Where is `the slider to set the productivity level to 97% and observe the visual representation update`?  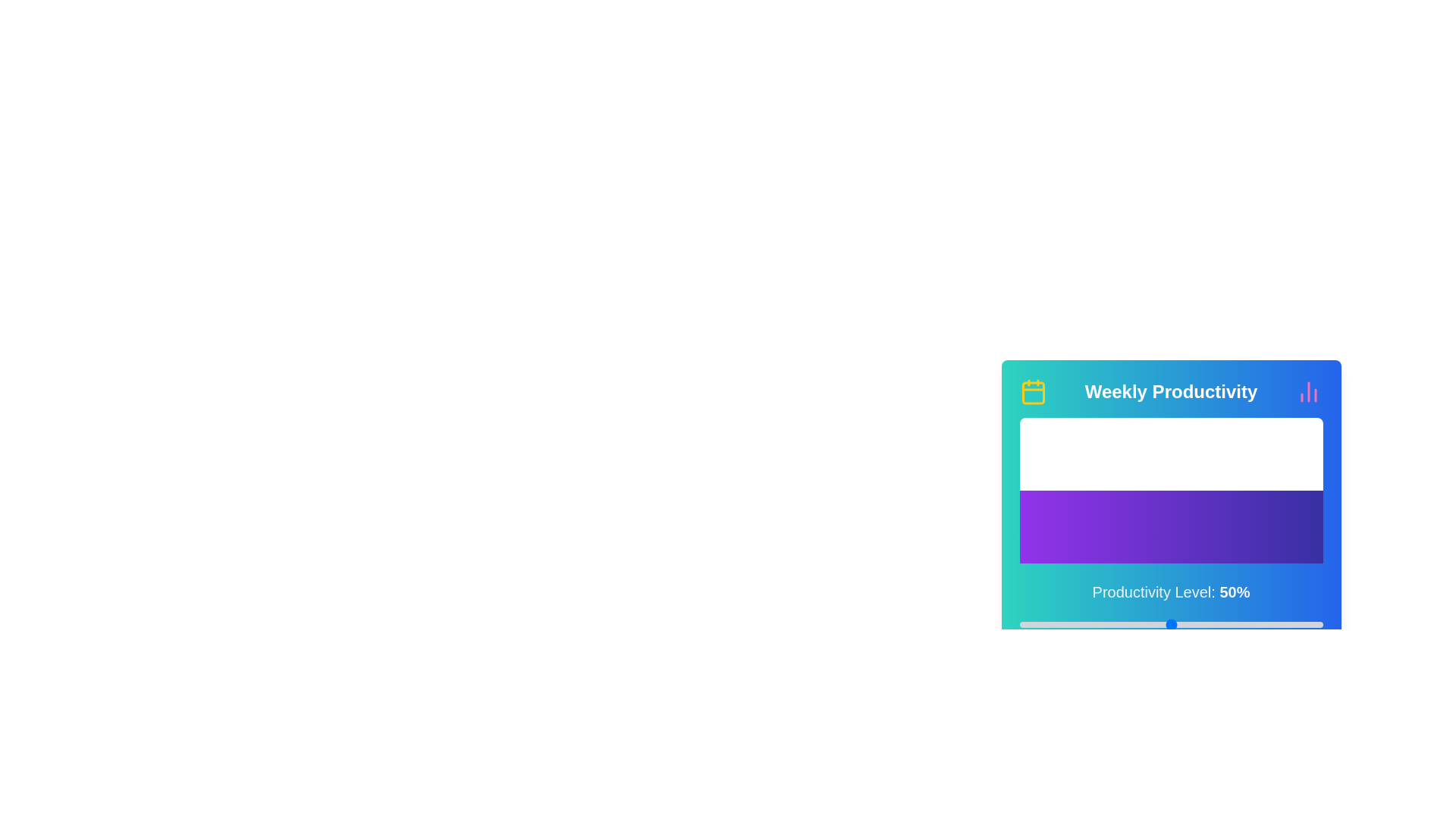 the slider to set the productivity level to 97% and observe the visual representation update is located at coordinates (1313, 625).